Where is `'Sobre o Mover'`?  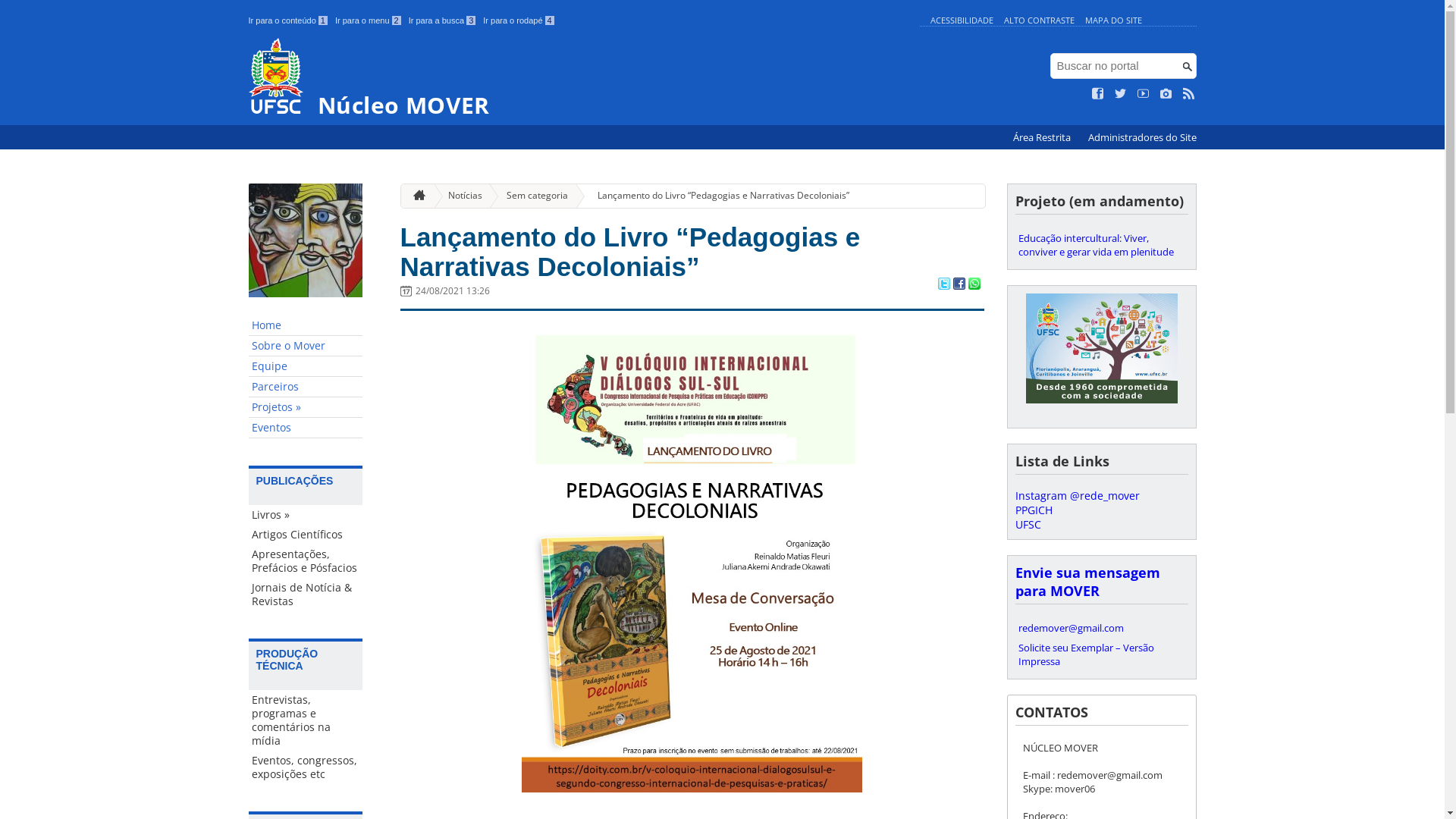 'Sobre o Mover' is located at coordinates (248, 346).